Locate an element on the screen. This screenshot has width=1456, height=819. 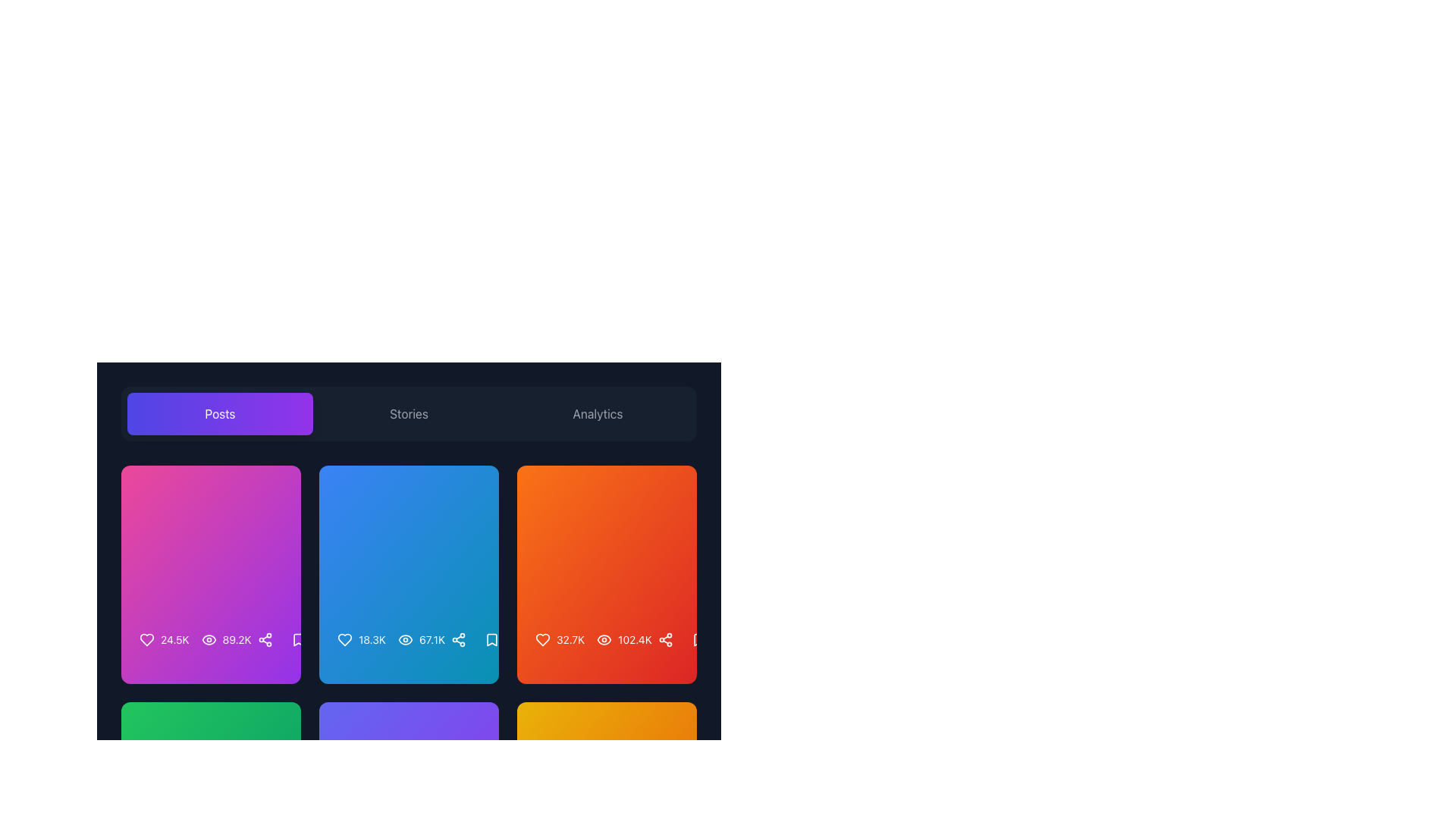
the compact component displaying a white heart icon and the text '32.7K' on a rich orange background to trigger the tooltip is located at coordinates (559, 640).